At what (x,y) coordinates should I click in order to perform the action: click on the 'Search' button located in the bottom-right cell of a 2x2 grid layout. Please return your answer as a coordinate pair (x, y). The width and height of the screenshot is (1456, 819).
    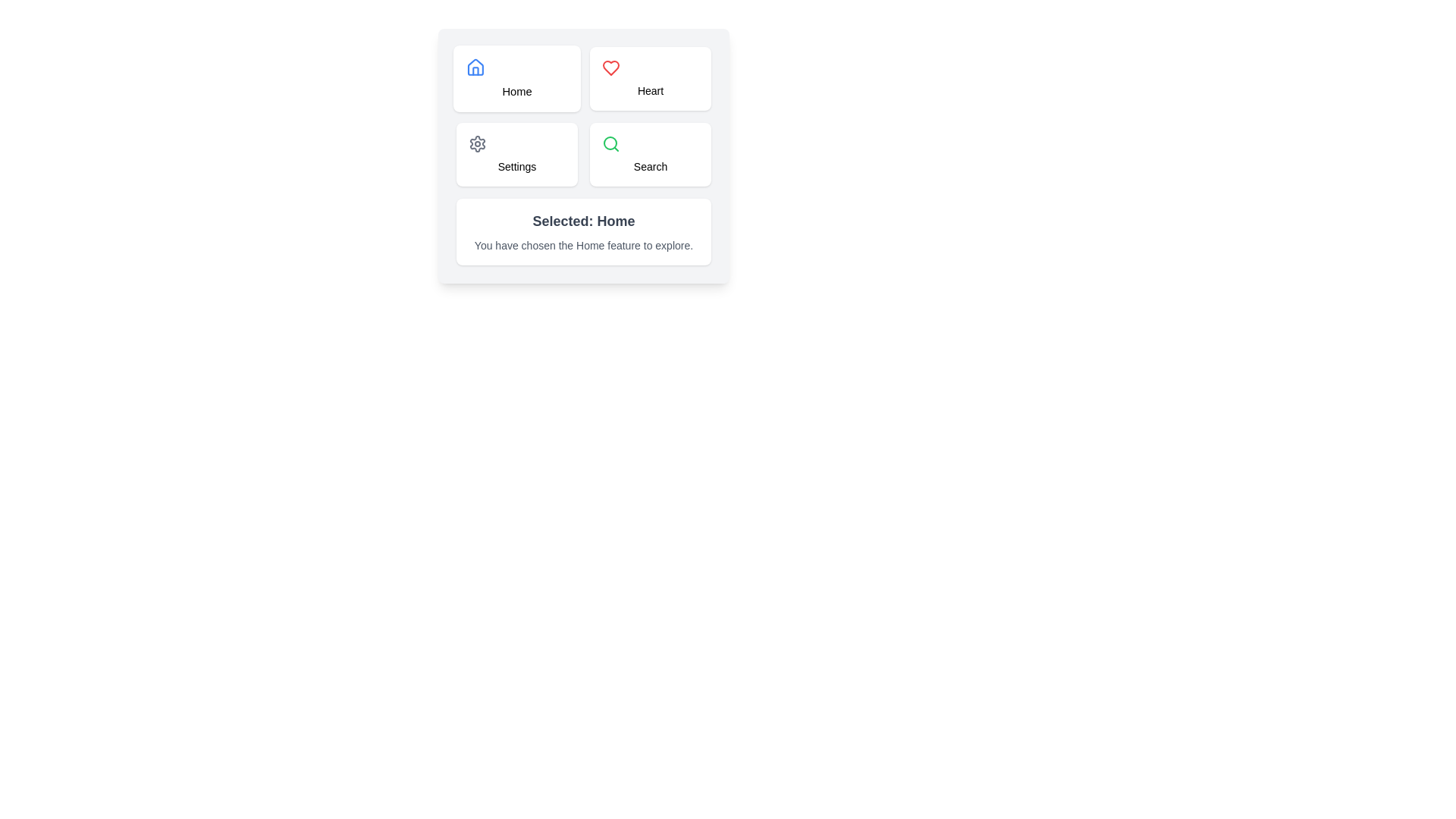
    Looking at the image, I should click on (651, 155).